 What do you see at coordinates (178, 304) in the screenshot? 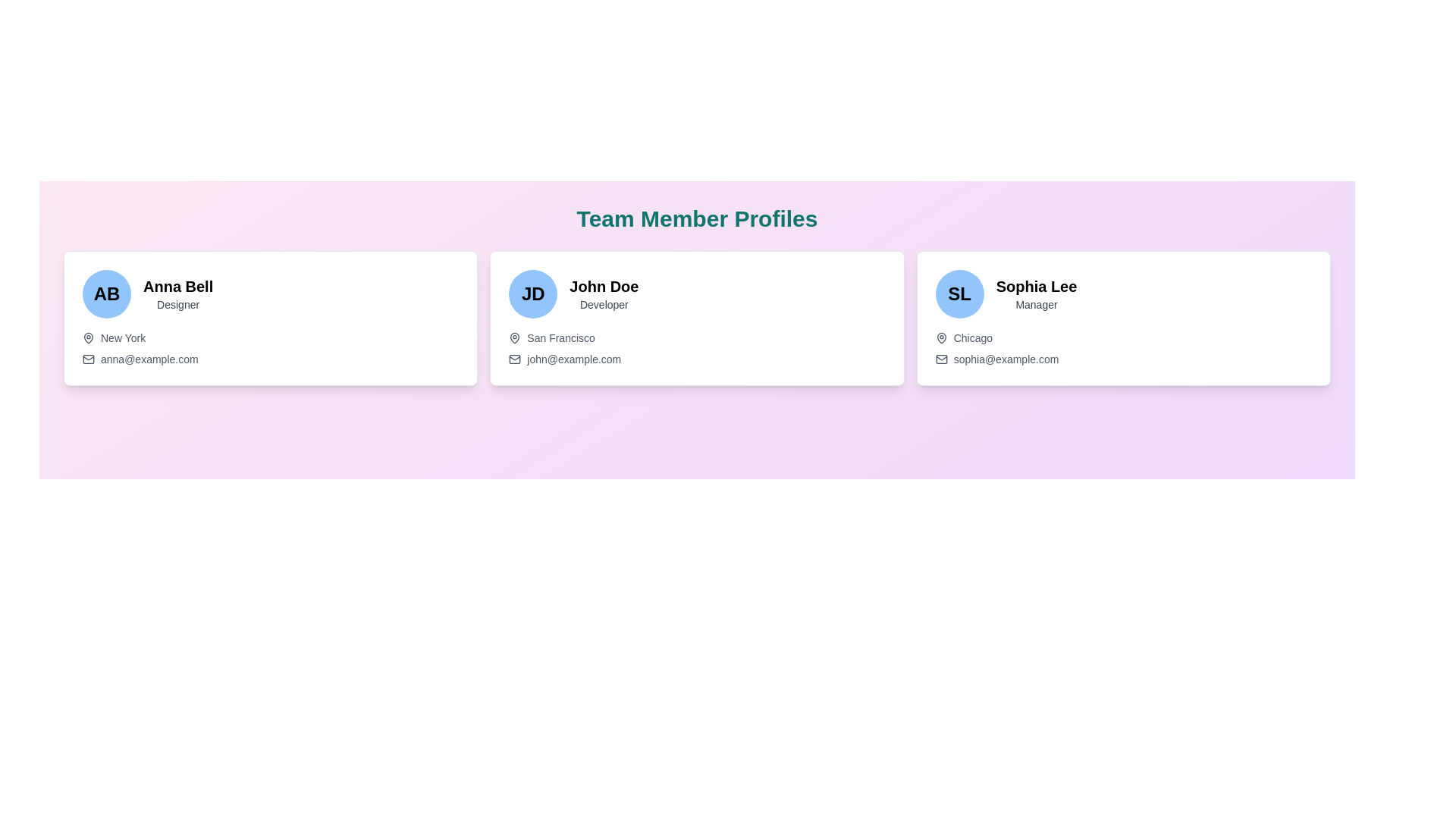
I see `informational text label indicating the profession or role of Anna Bell, located under her name within the profile card` at bounding box center [178, 304].